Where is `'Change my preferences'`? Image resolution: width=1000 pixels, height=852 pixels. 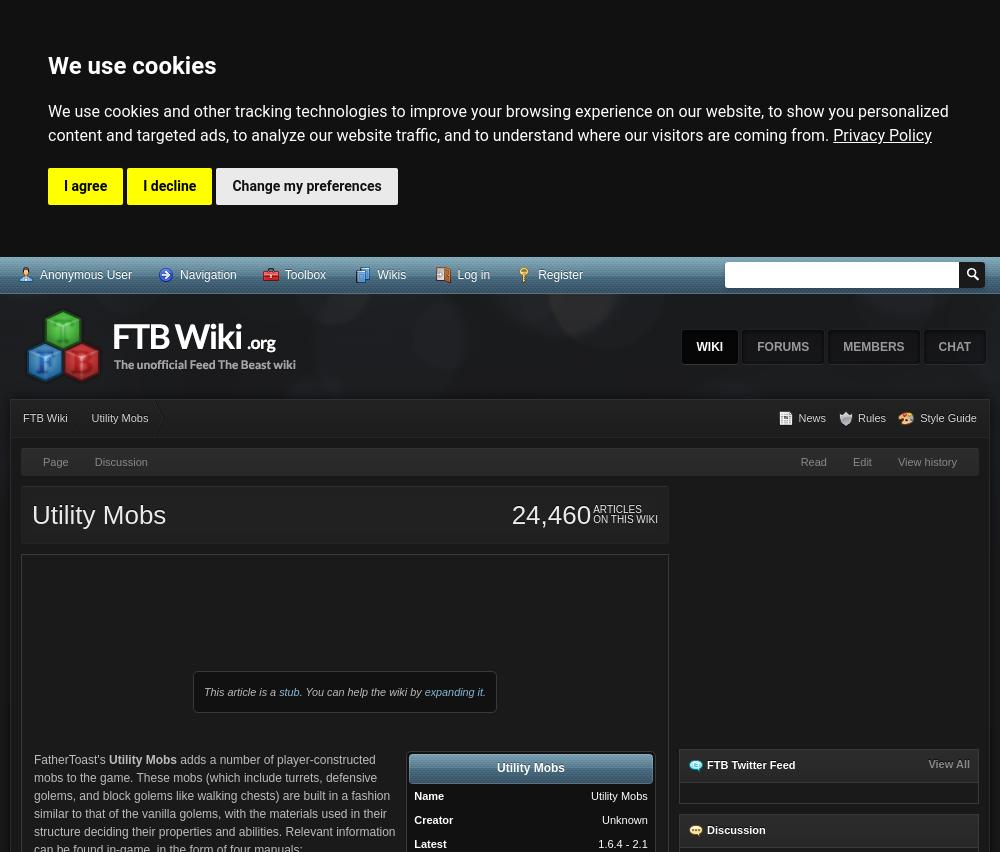
'Change my preferences' is located at coordinates (306, 185).